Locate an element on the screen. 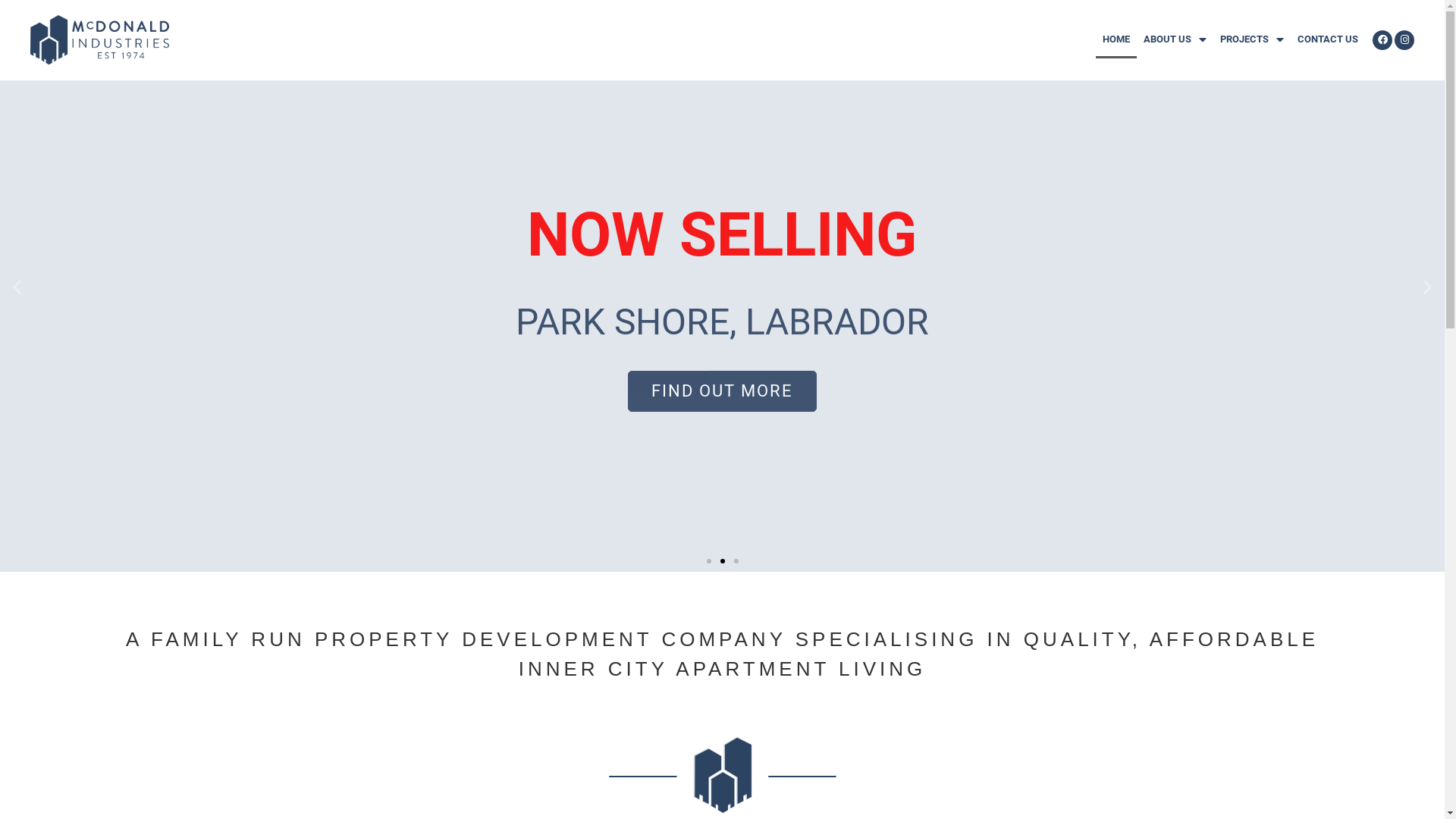  'ABOUT US' is located at coordinates (1174, 39).